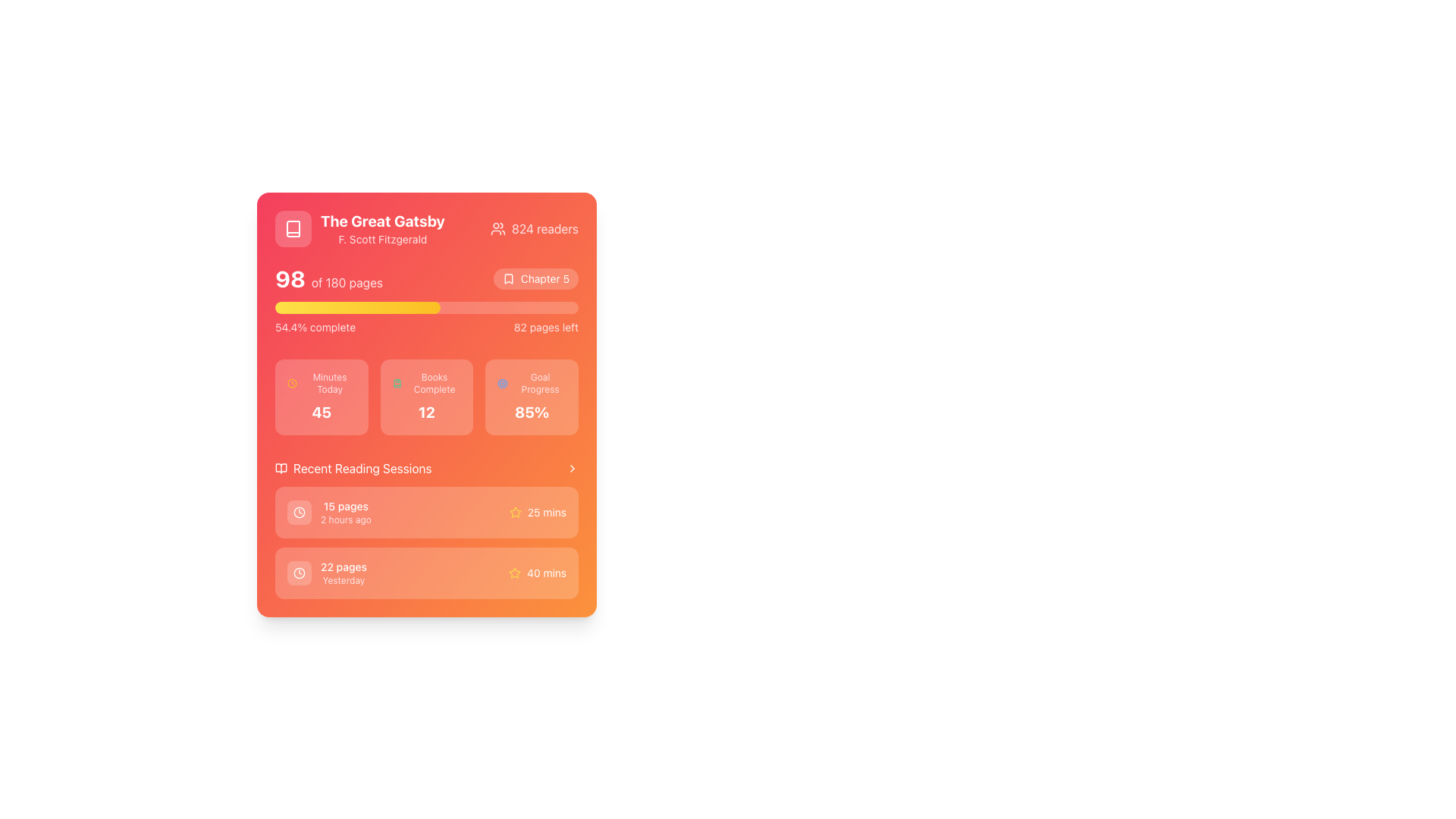  I want to click on text label indicating the elapsed time since the recorded session, positioned below '15 pages' in the 'Recent Reading Sessions' panel, so click(345, 519).